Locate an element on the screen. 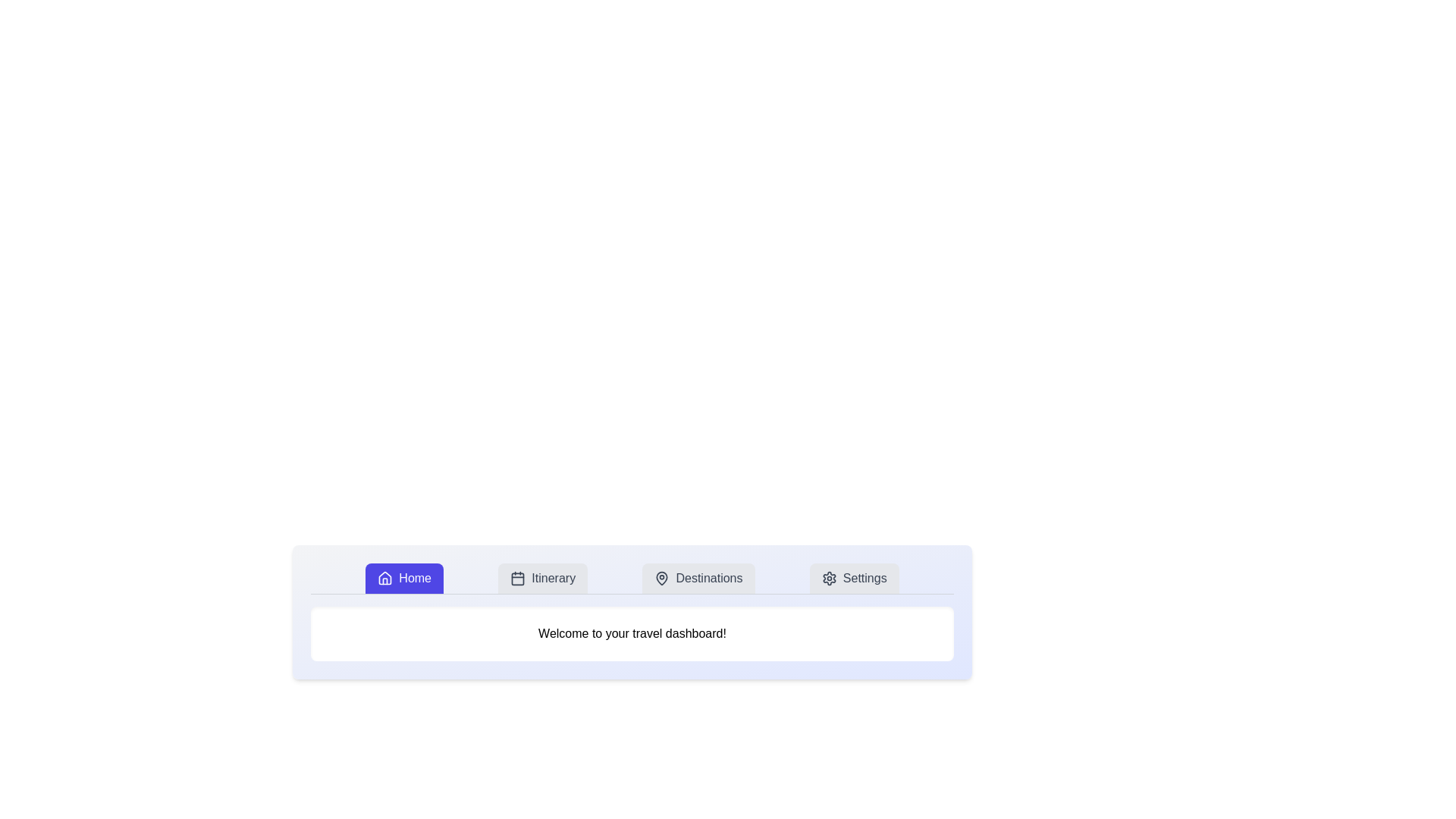  the settings icon located at the rightmost position of the navigation row is located at coordinates (828, 579).